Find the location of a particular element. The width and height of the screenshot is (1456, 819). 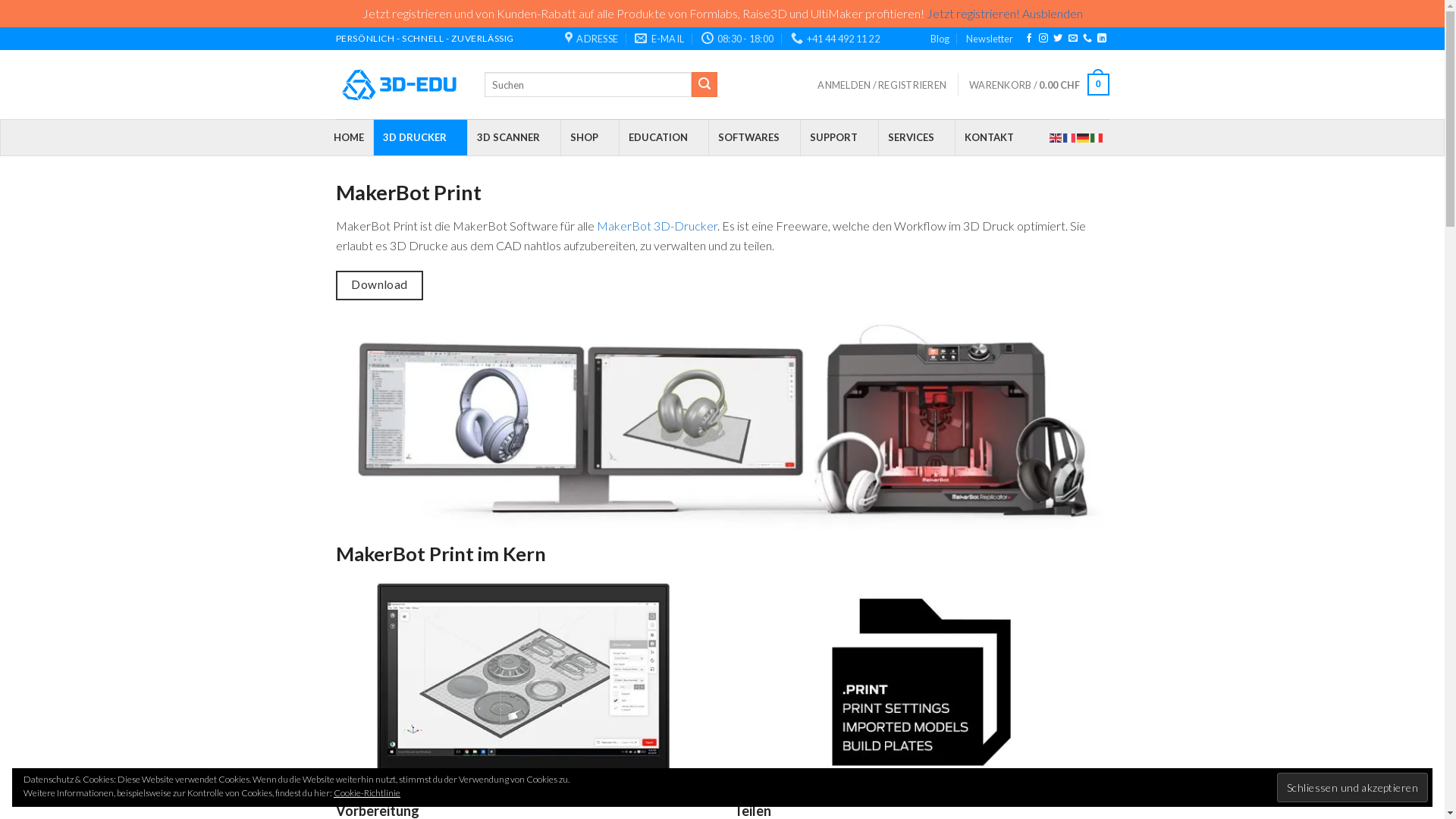

'EDUCATION' is located at coordinates (619, 137).